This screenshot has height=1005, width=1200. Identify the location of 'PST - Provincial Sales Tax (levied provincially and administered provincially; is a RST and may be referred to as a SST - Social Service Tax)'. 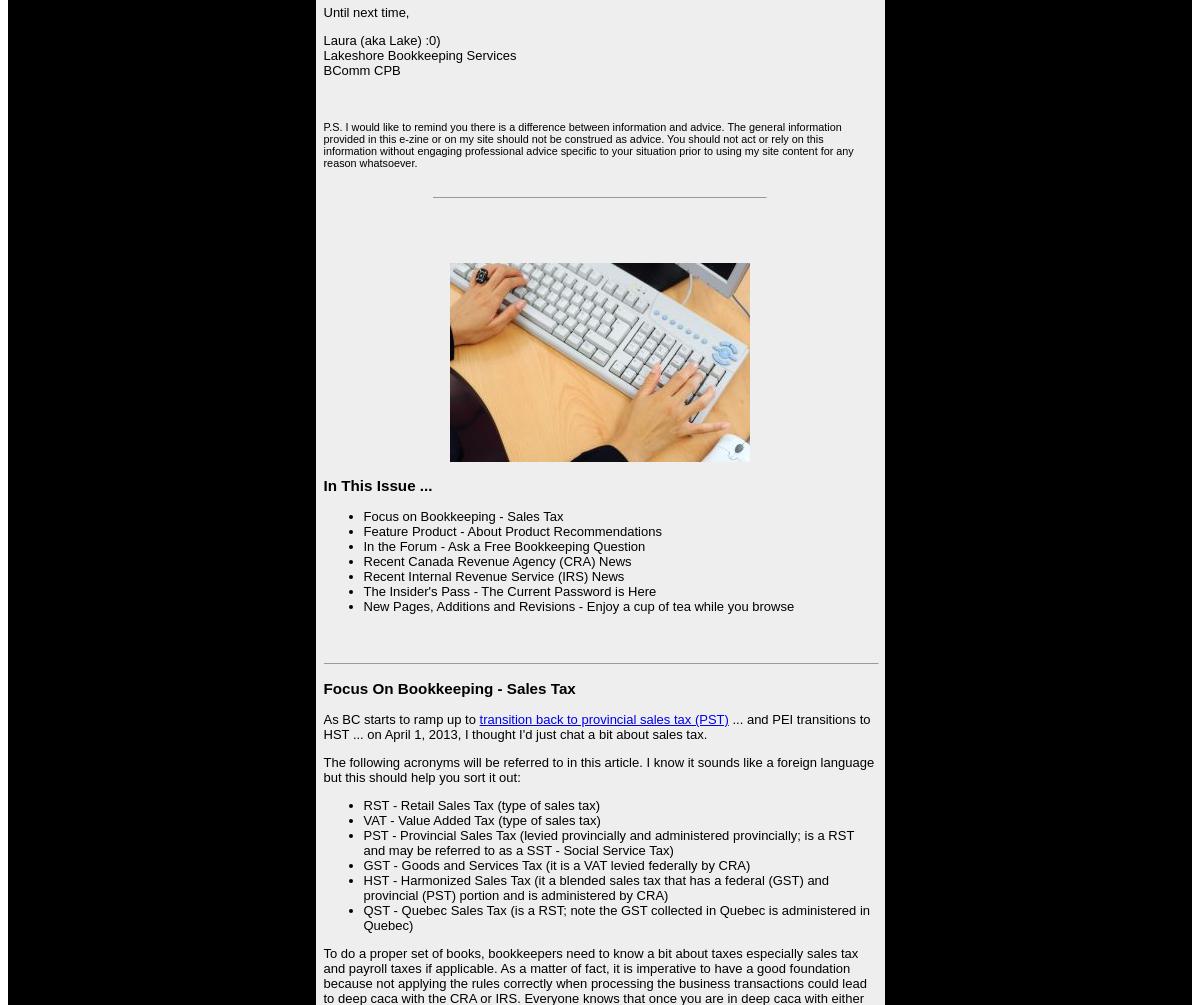
(363, 840).